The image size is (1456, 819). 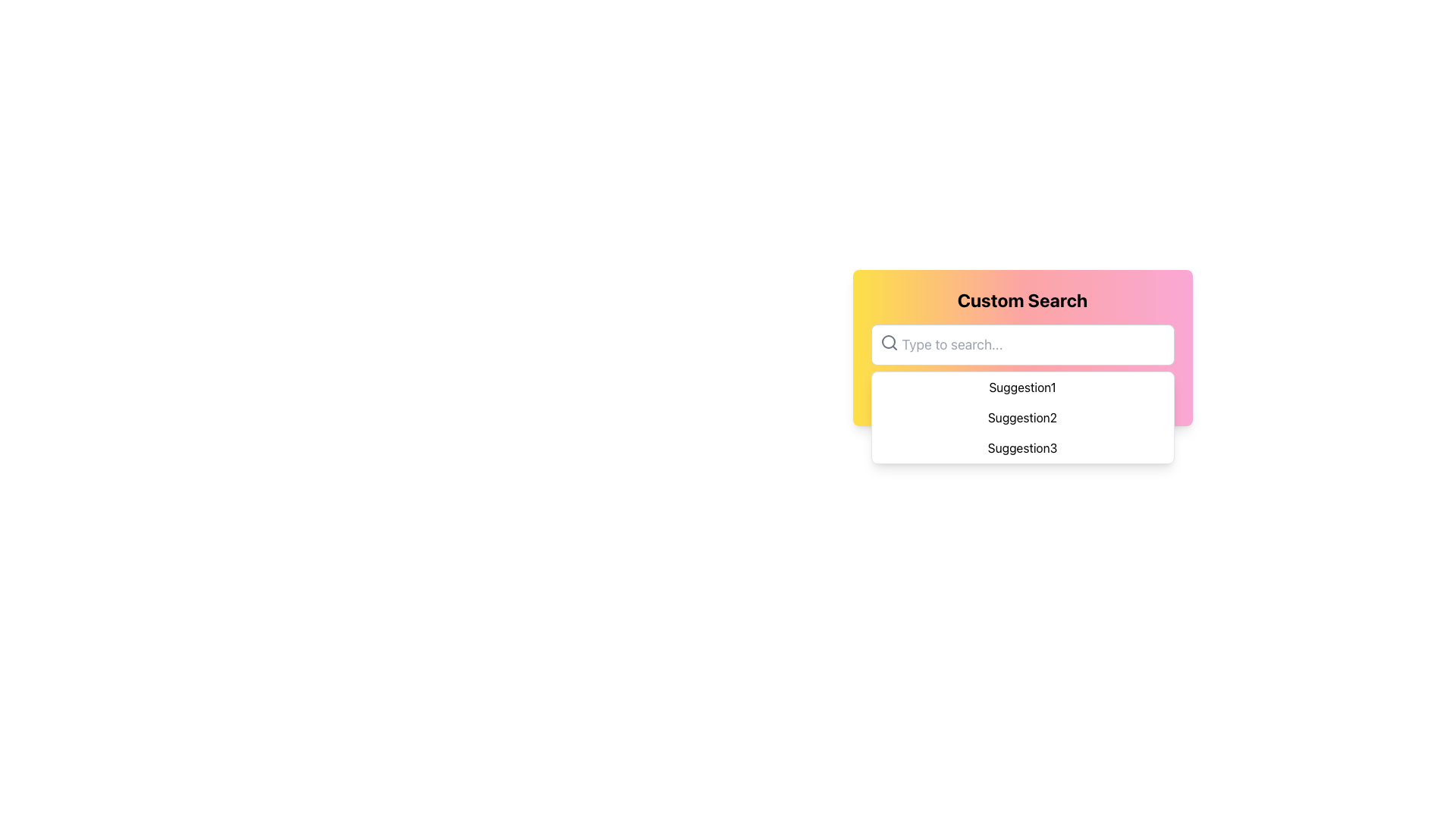 What do you see at coordinates (888, 342) in the screenshot?
I see `the decorative circle element of the search icon, which represents the lens of the magnifying glass used for search functionality` at bounding box center [888, 342].